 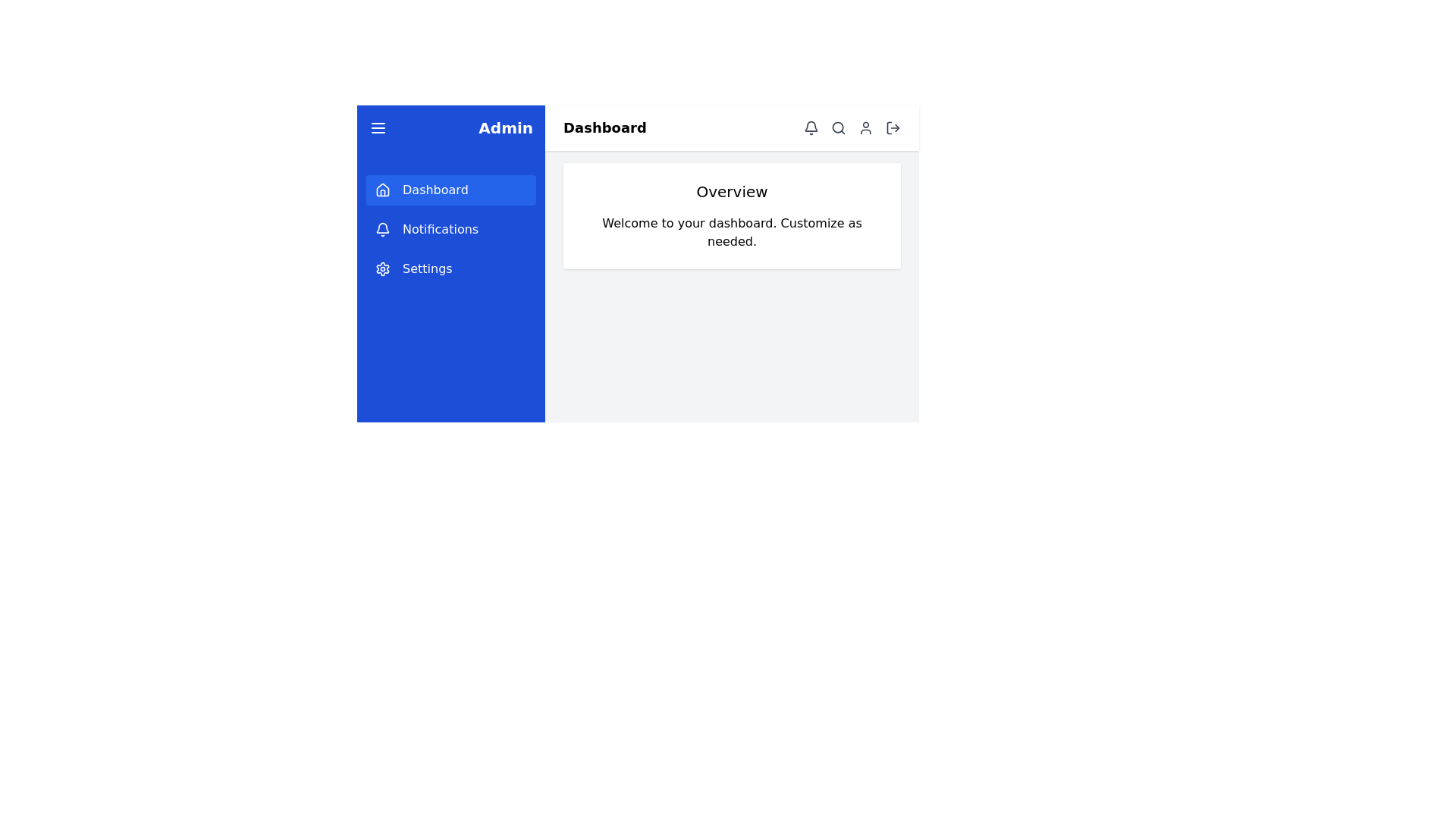 What do you see at coordinates (837, 127) in the screenshot?
I see `the circular gray magnifying glass icon located in the top-right corner of the toolbar` at bounding box center [837, 127].